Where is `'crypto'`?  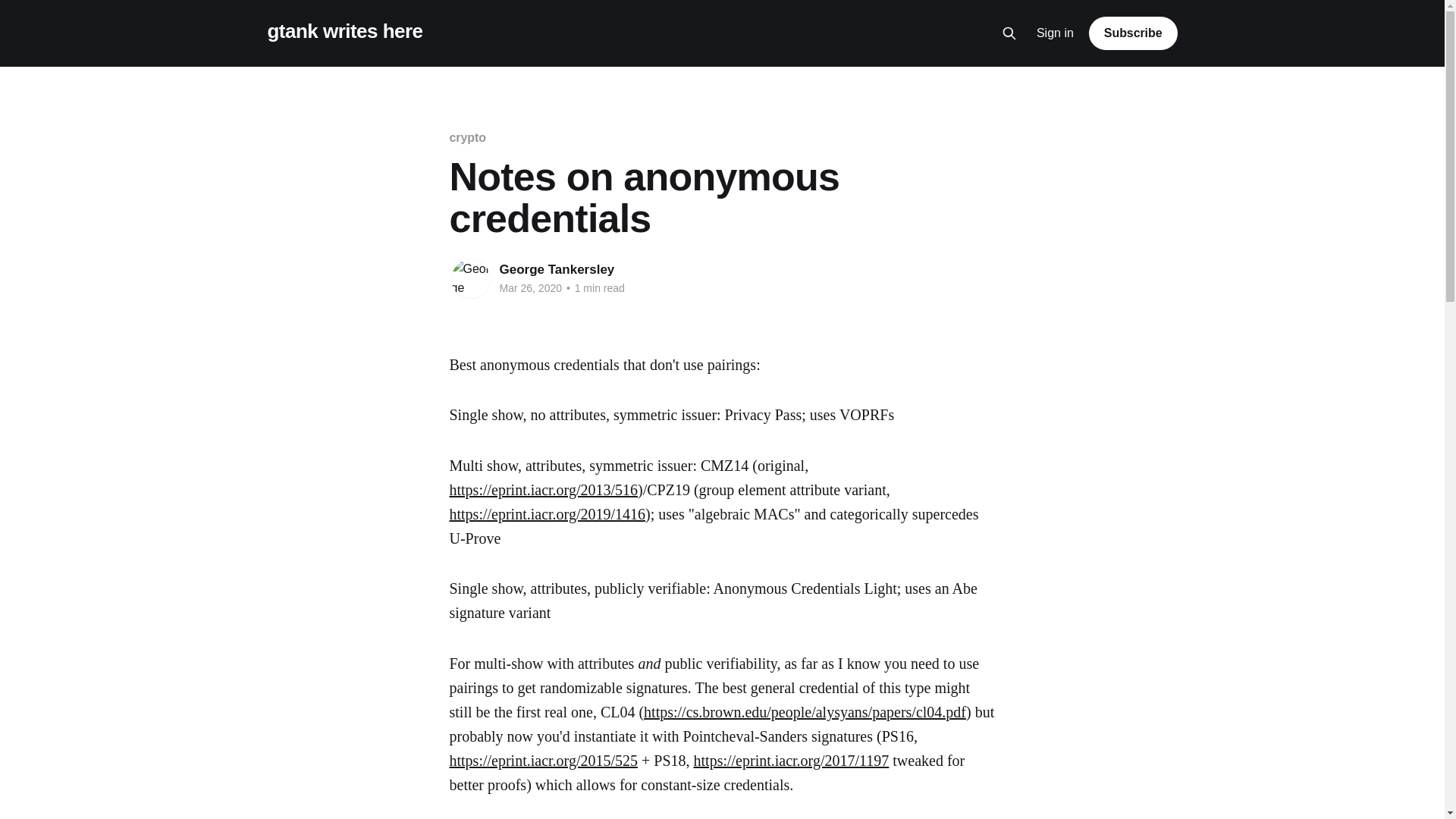 'crypto' is located at coordinates (466, 137).